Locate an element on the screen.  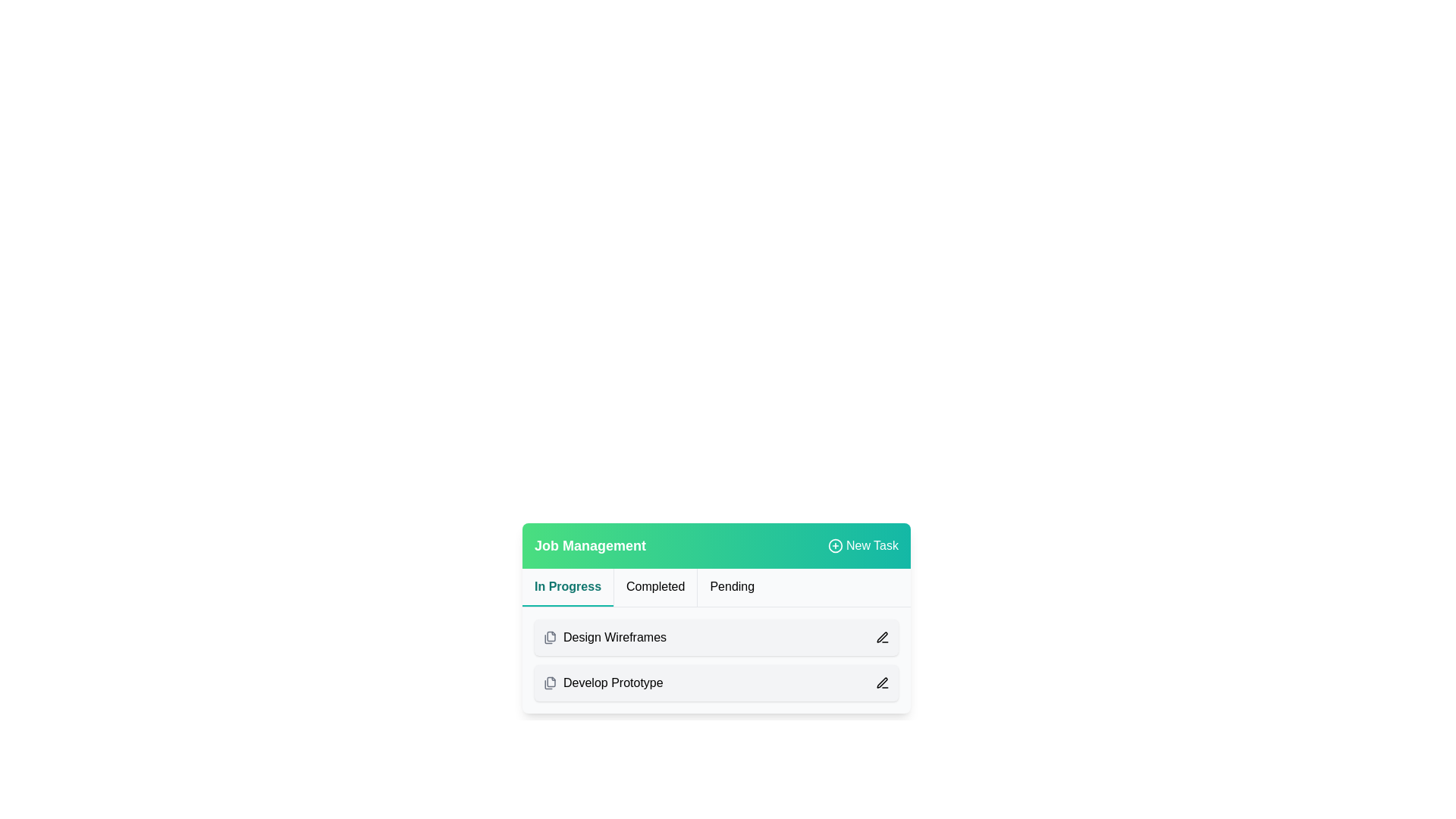
the card labeled 'Develop Prototype' which is the second item under the 'In Progress' tab in the 'Job Management' interface is located at coordinates (716, 683).